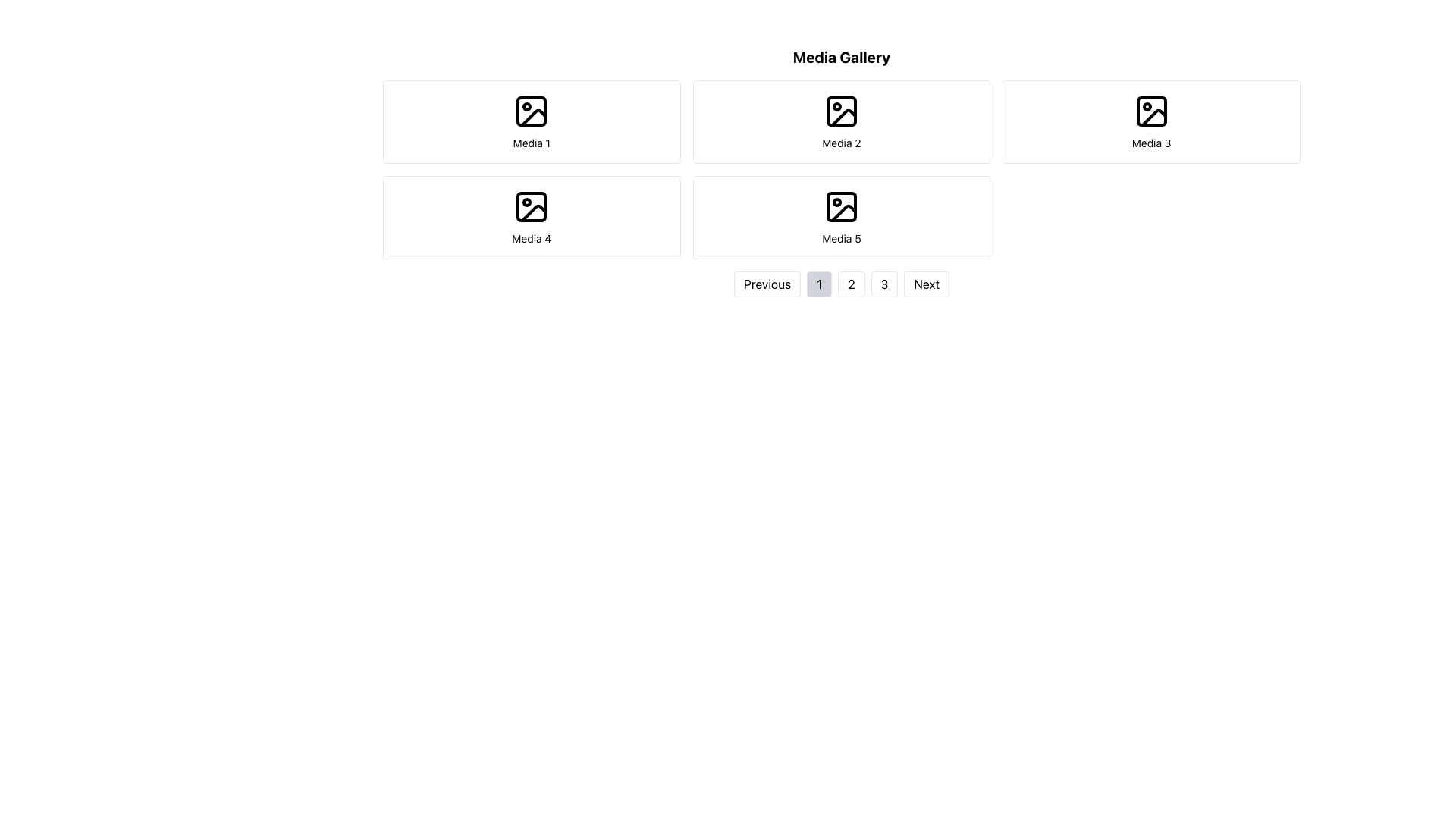 The width and height of the screenshot is (1456, 819). Describe the element at coordinates (1151, 143) in the screenshot. I see `Text Label that identifies the media item in the top-right area of the media gallery layout, positioned below the image icon` at that location.